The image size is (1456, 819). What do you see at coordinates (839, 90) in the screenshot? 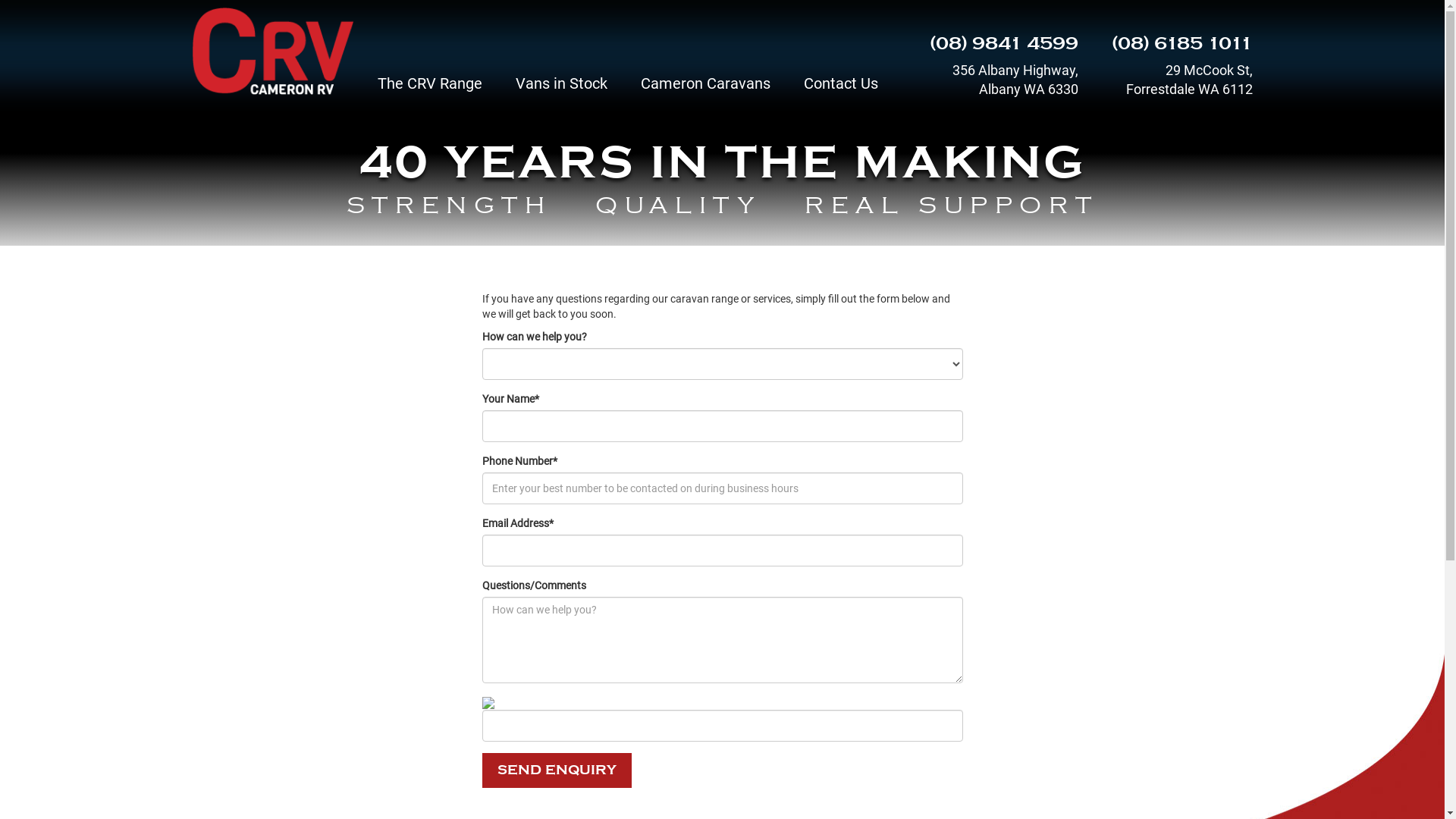
I see `'Contact Us'` at bounding box center [839, 90].